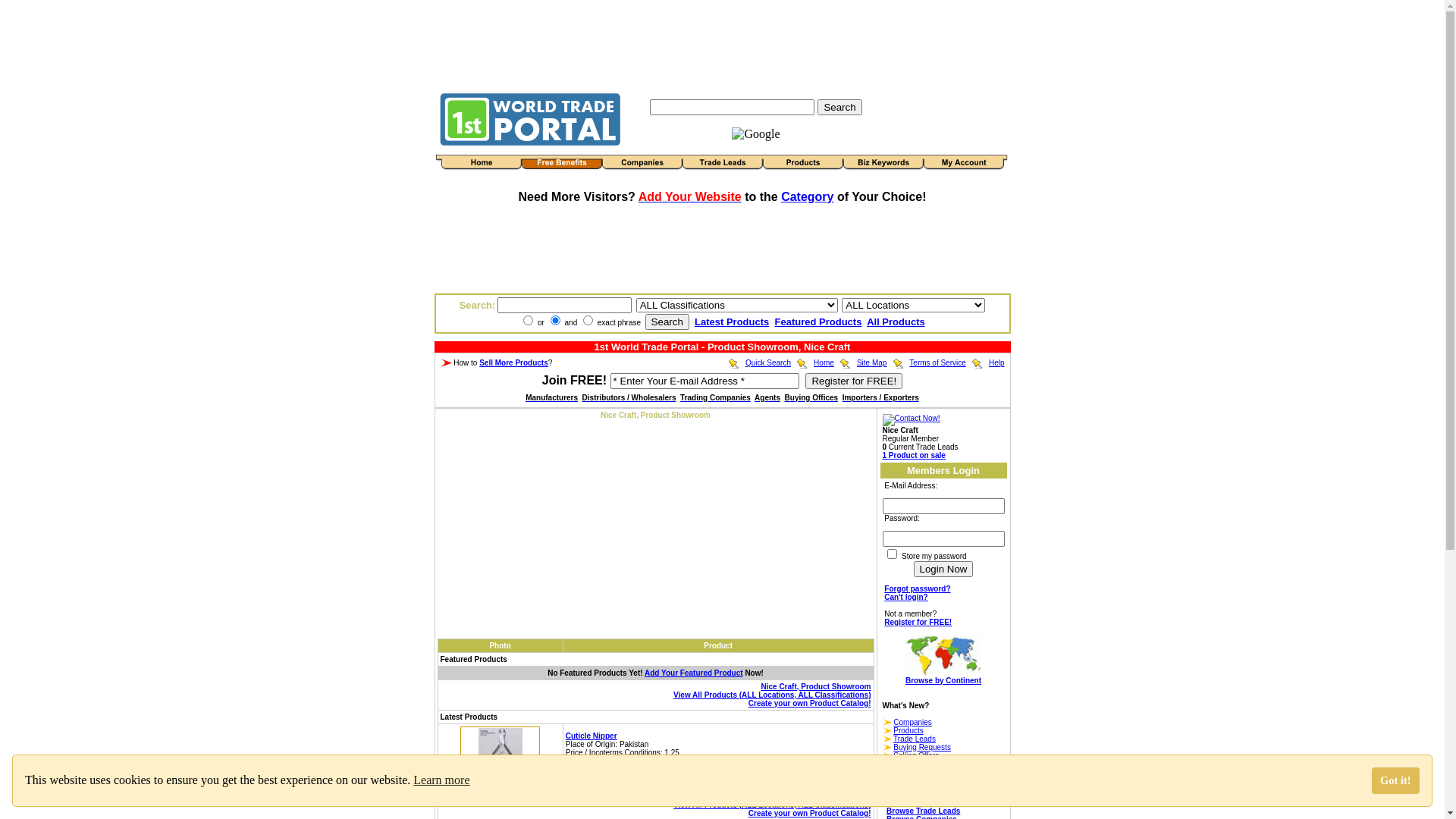  Describe the element at coordinates (942, 569) in the screenshot. I see `'Login Now'` at that location.